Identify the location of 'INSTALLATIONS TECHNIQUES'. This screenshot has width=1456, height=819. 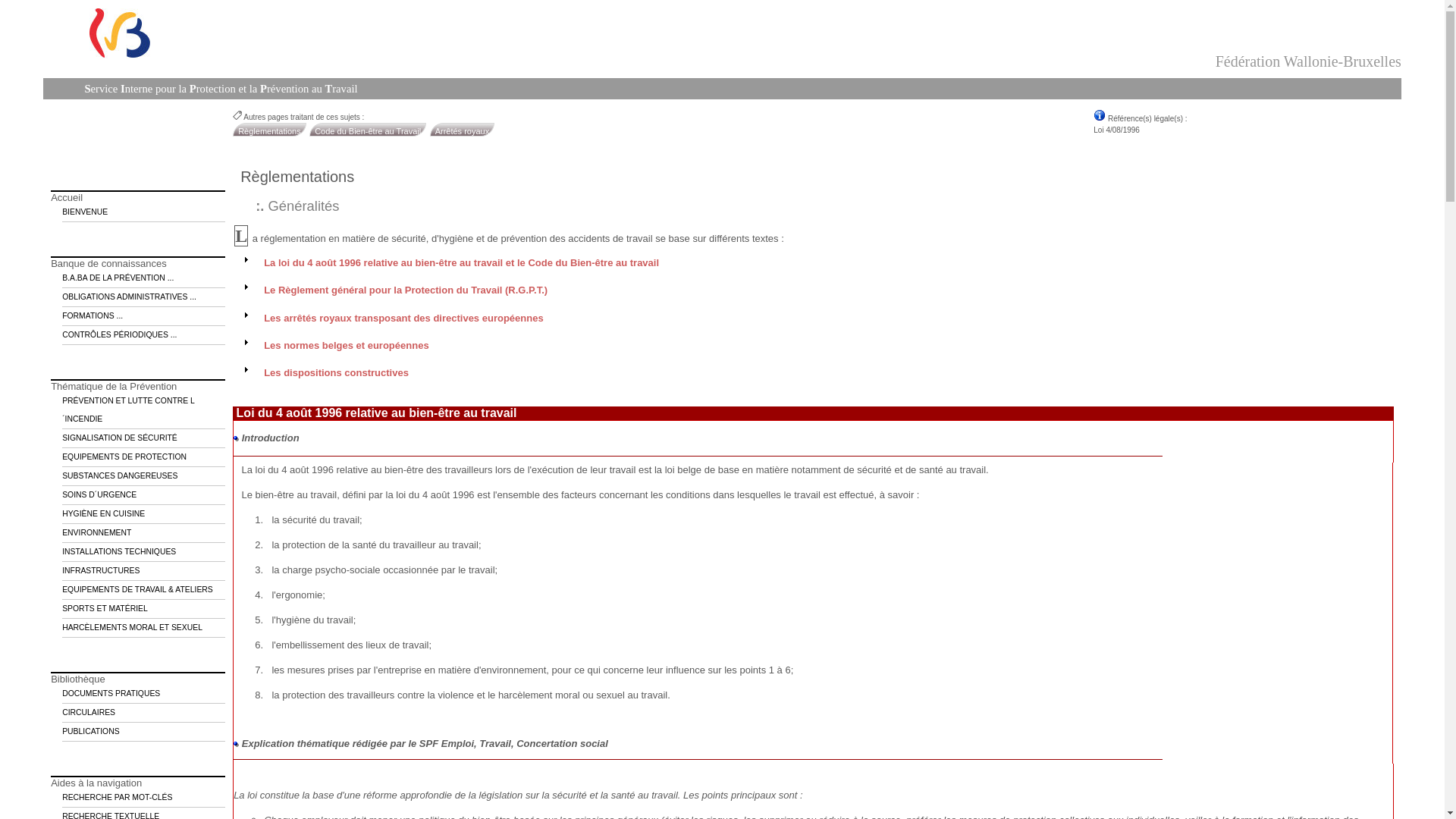
(143, 552).